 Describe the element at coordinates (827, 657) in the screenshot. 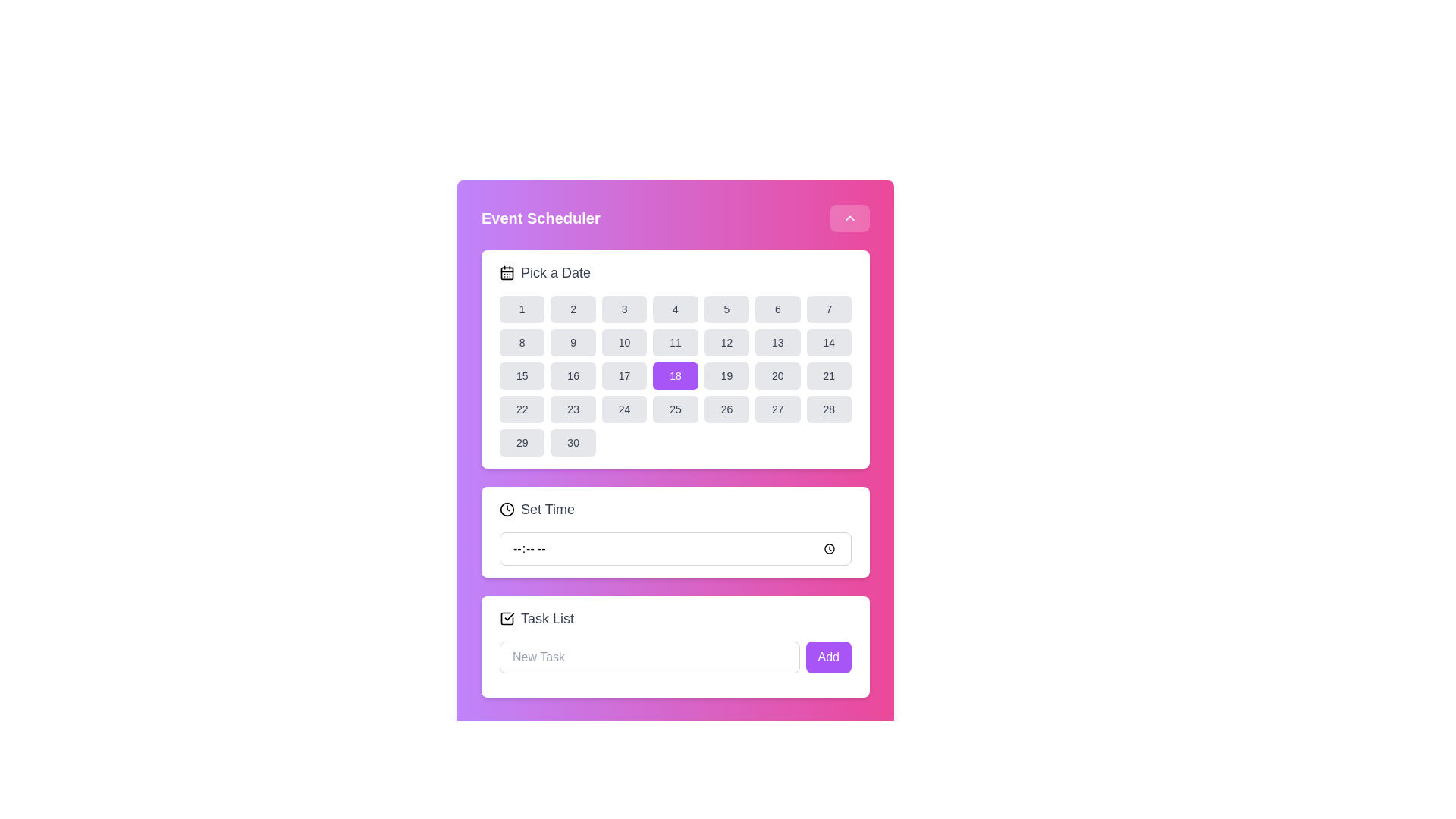

I see `the vivid purple 'Add' button with white text located in the 'Task List' section` at that location.